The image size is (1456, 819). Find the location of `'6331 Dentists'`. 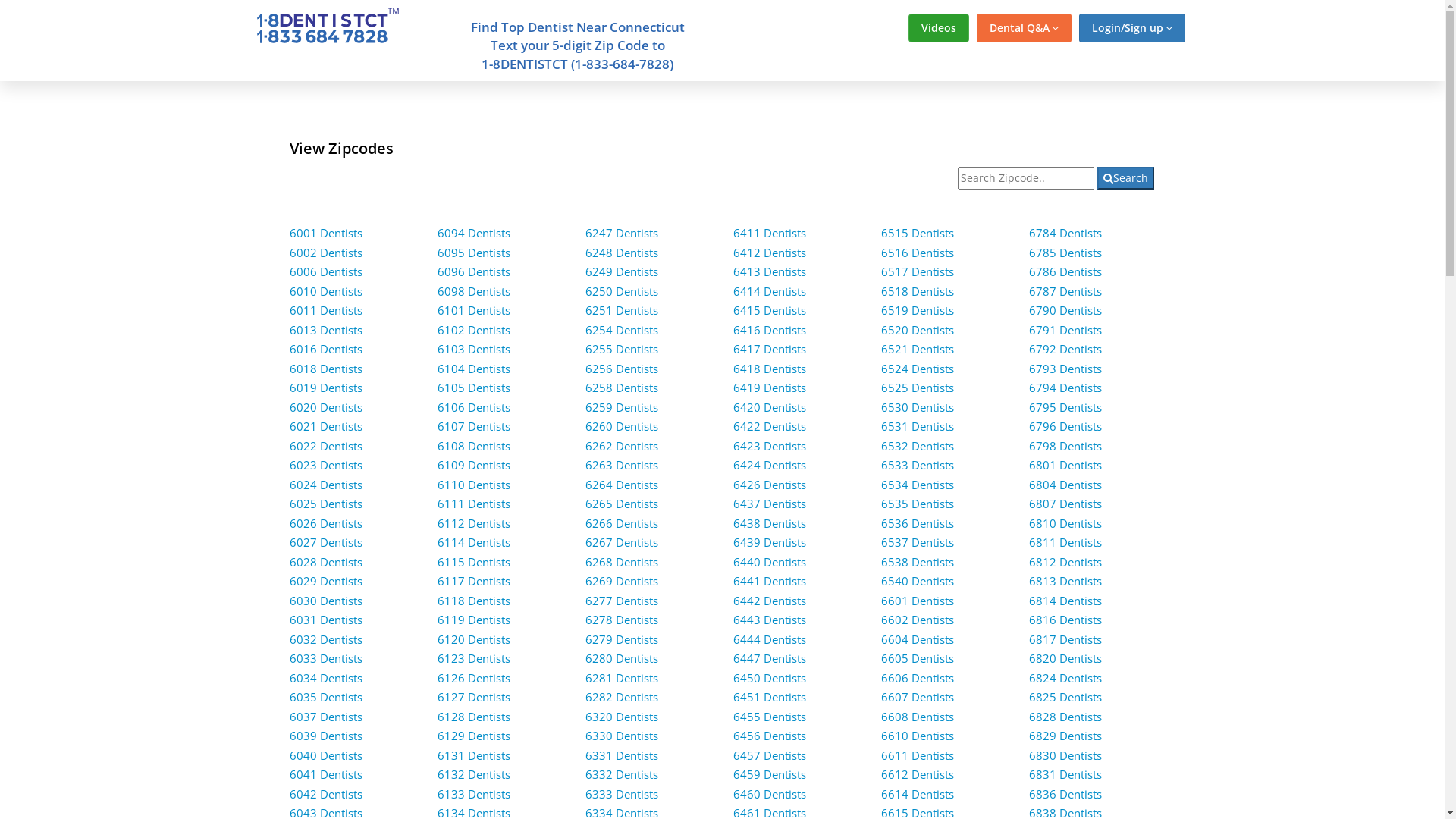

'6331 Dentists' is located at coordinates (585, 755).